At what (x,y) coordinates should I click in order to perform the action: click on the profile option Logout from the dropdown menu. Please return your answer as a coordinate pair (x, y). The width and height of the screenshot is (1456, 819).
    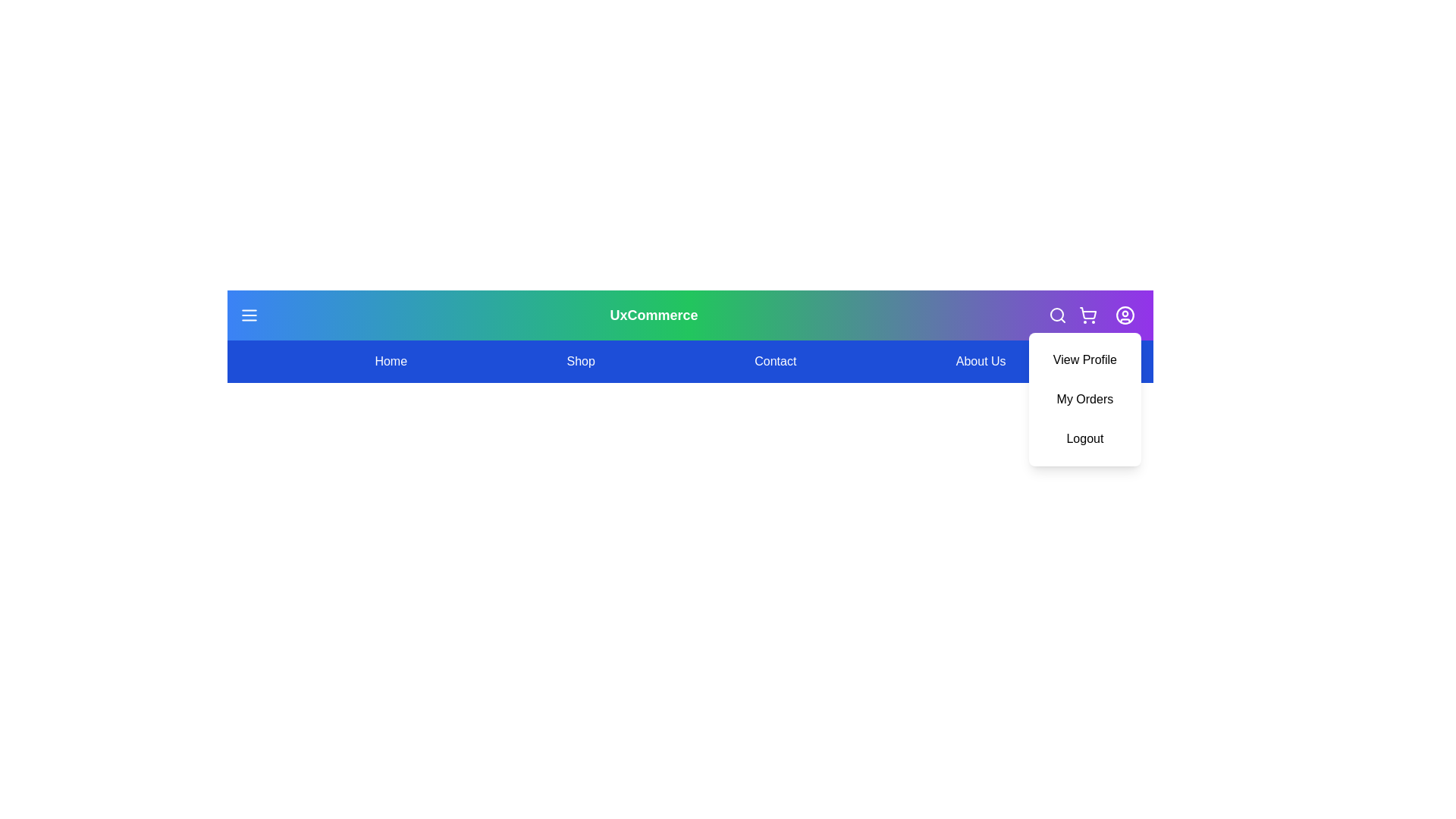
    Looking at the image, I should click on (1084, 438).